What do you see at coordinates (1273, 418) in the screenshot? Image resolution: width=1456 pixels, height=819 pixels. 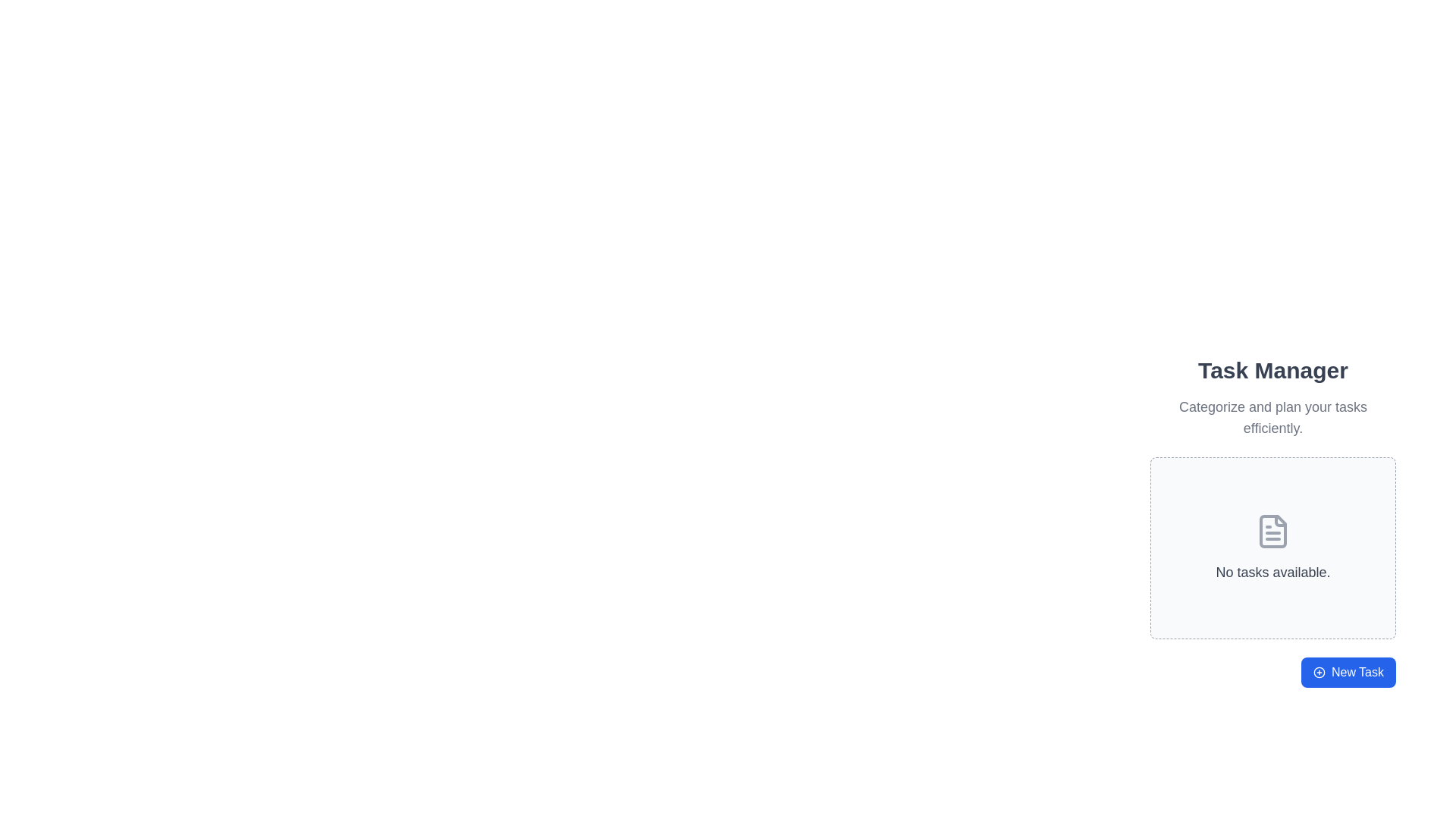 I see `the static text element that reads 'Categorize and plan your tasks efficiently.' which is styled in gray and positioned below the heading 'Task Manager.'` at bounding box center [1273, 418].